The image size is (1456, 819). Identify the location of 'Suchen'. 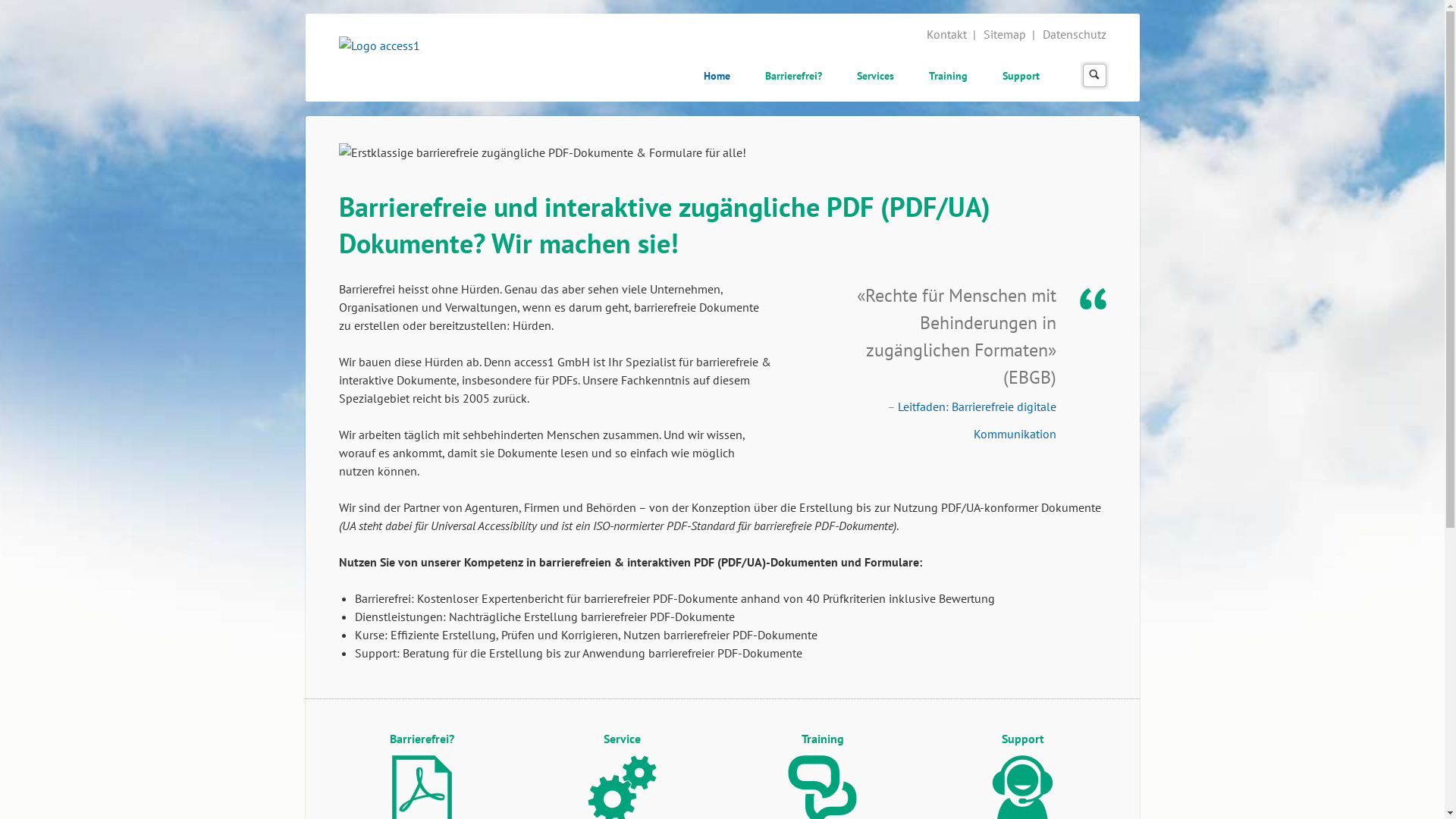
(1094, 75).